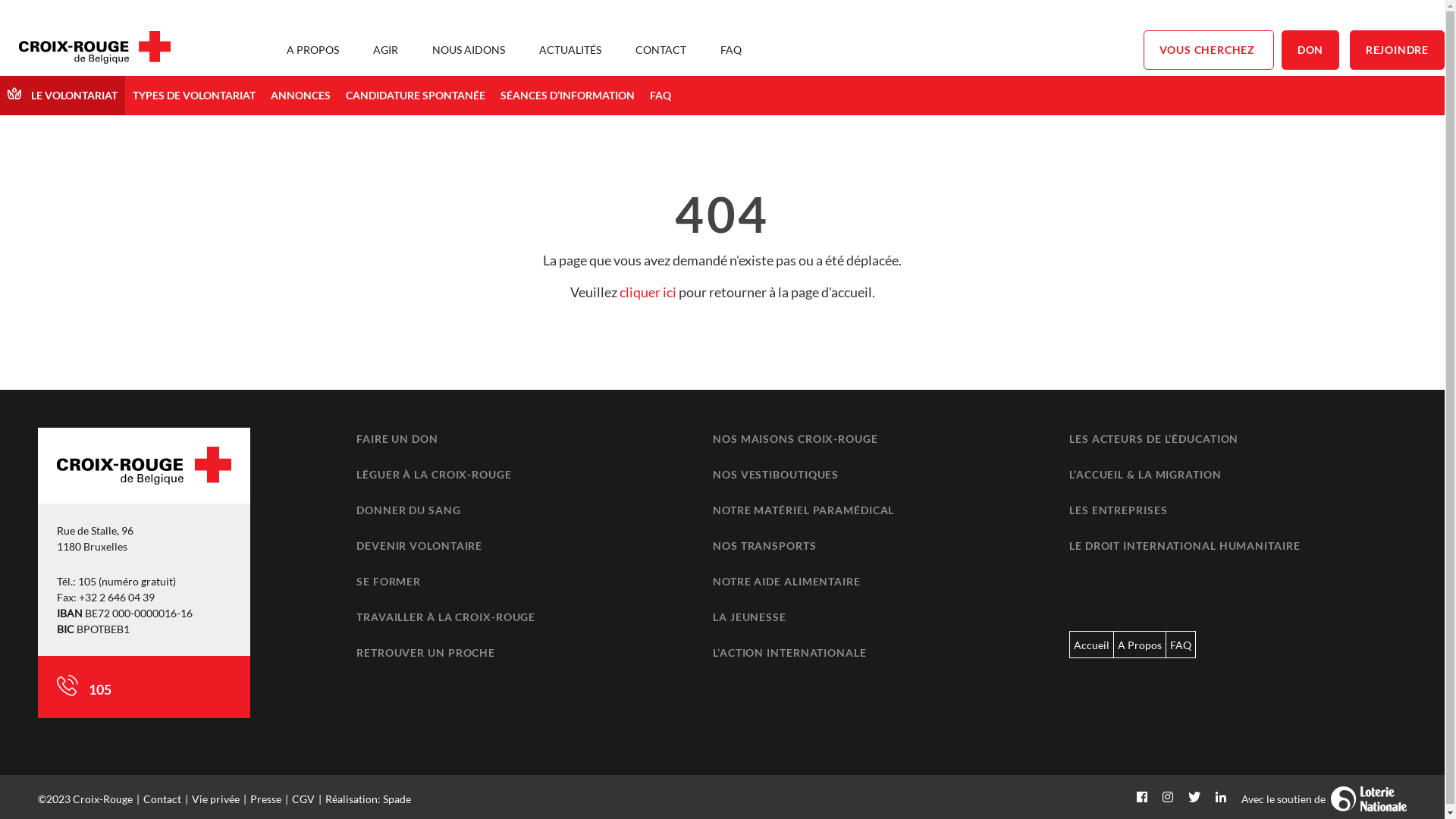 The width and height of the screenshot is (1456, 819). I want to click on 'FAIRE UN DON', so click(356, 438).